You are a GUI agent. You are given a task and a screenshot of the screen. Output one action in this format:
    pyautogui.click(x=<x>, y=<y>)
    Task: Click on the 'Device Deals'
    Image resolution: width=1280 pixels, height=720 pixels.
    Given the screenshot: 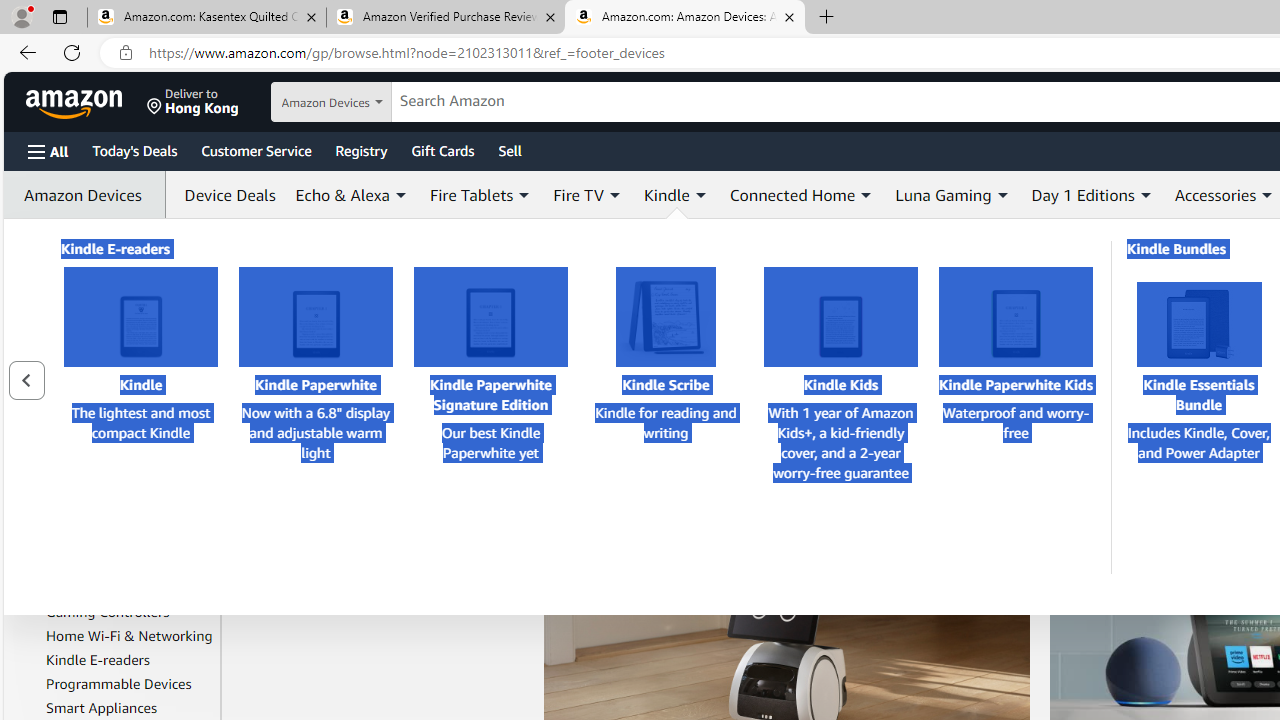 What is the action you would take?
    pyautogui.click(x=225, y=195)
    